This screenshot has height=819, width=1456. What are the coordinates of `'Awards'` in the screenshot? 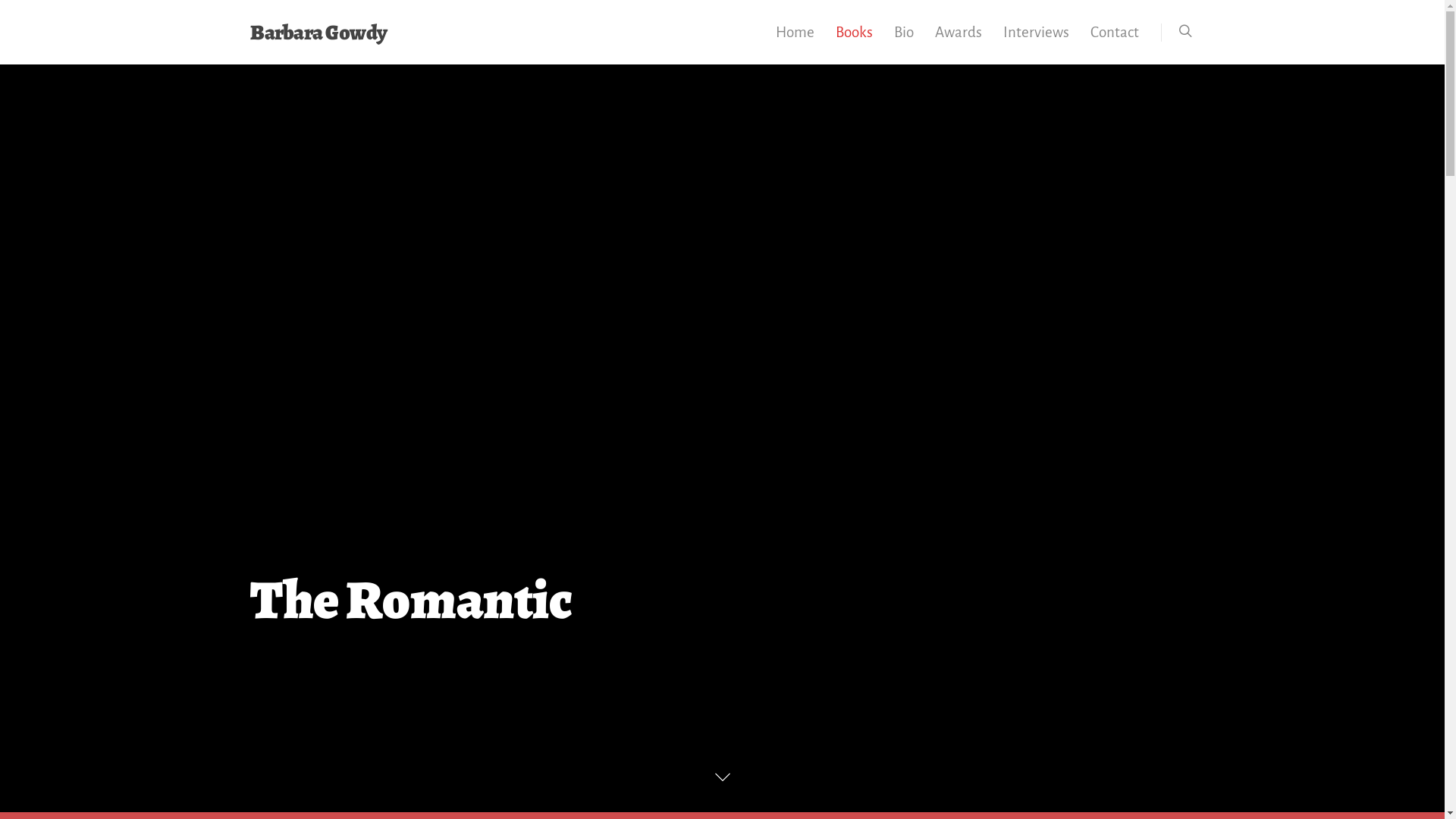 It's located at (957, 42).